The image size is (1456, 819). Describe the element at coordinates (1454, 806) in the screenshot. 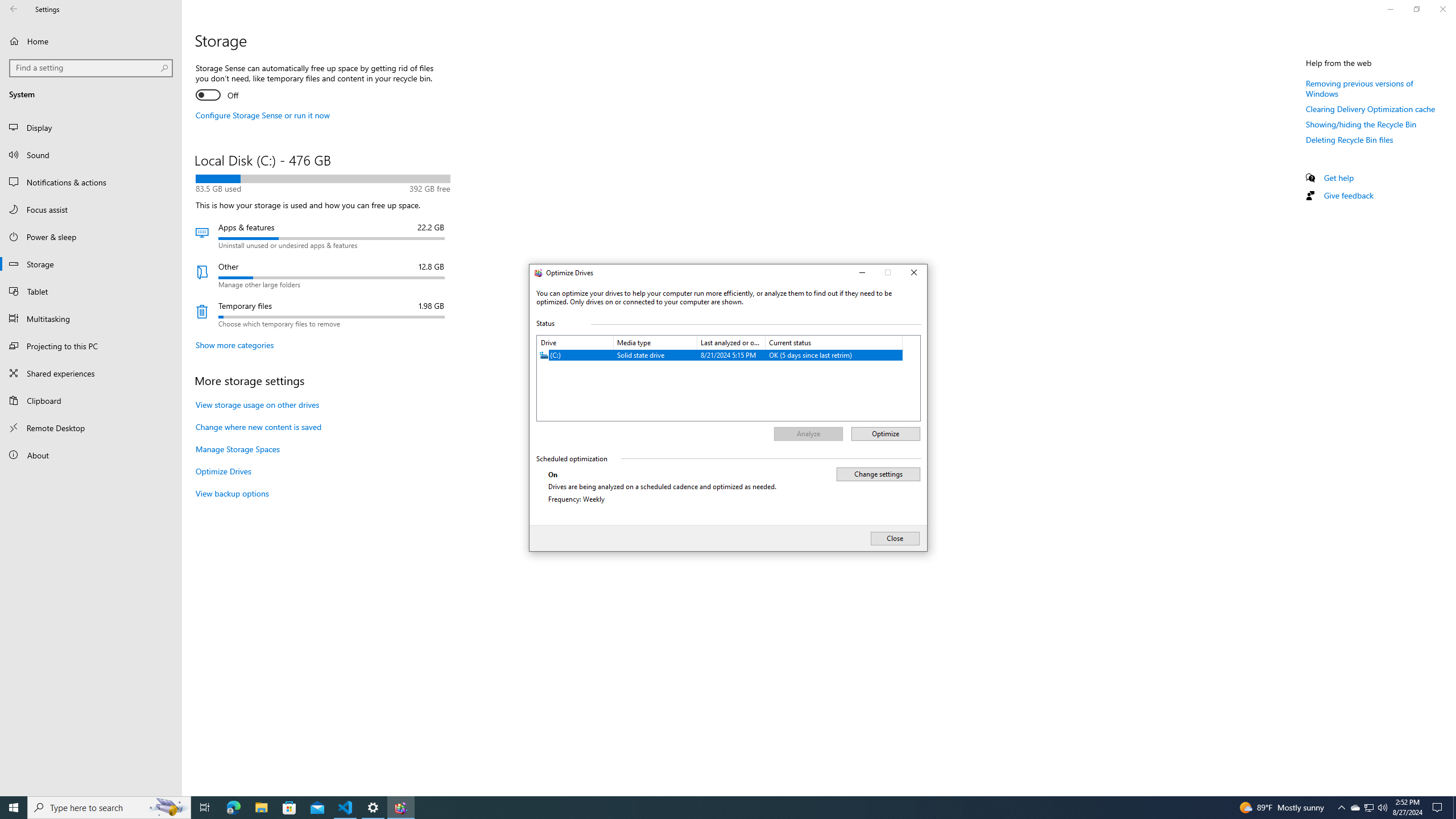

I see `'Show desktop'` at that location.